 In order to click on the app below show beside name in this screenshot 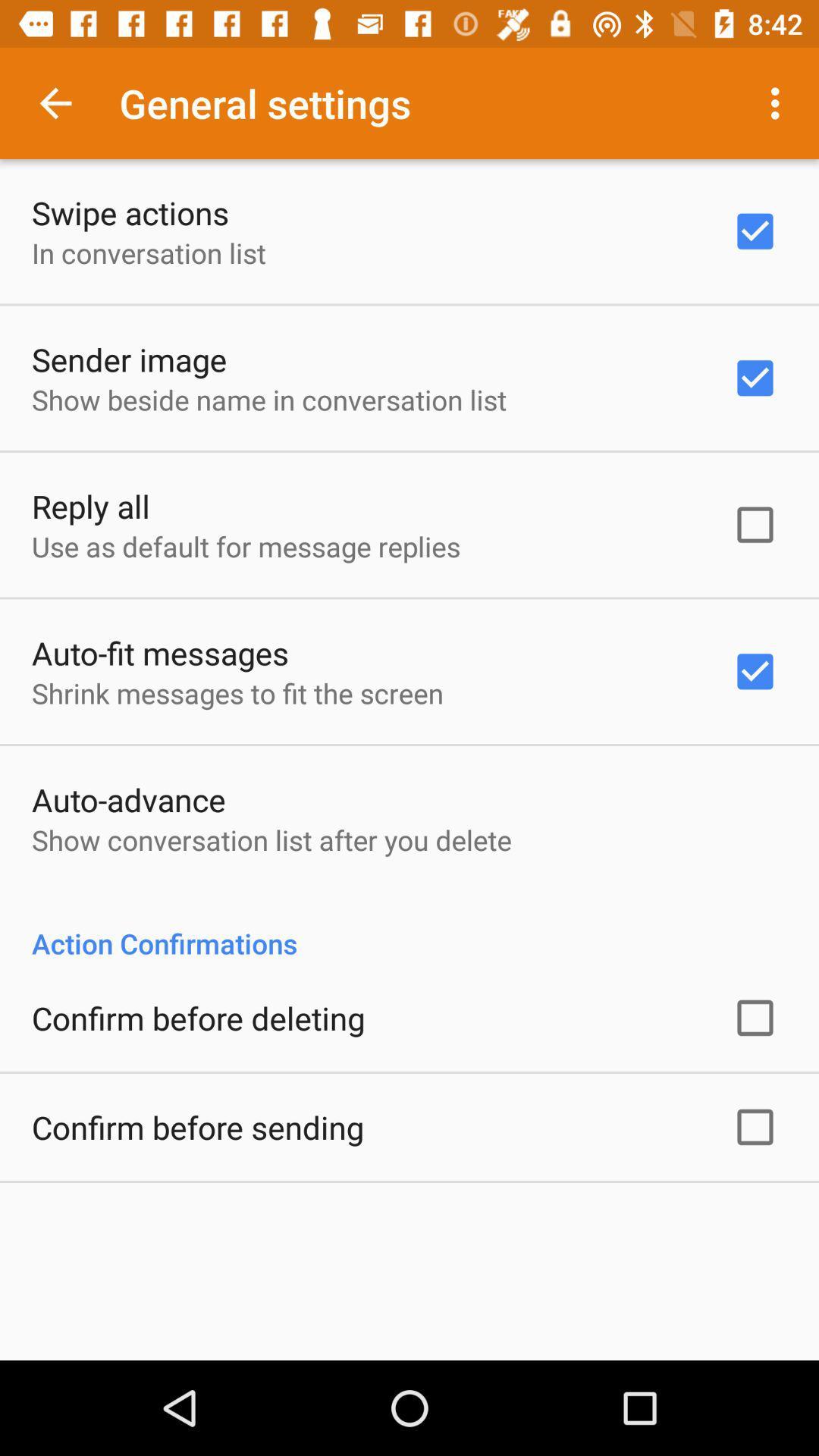, I will do `click(90, 506)`.